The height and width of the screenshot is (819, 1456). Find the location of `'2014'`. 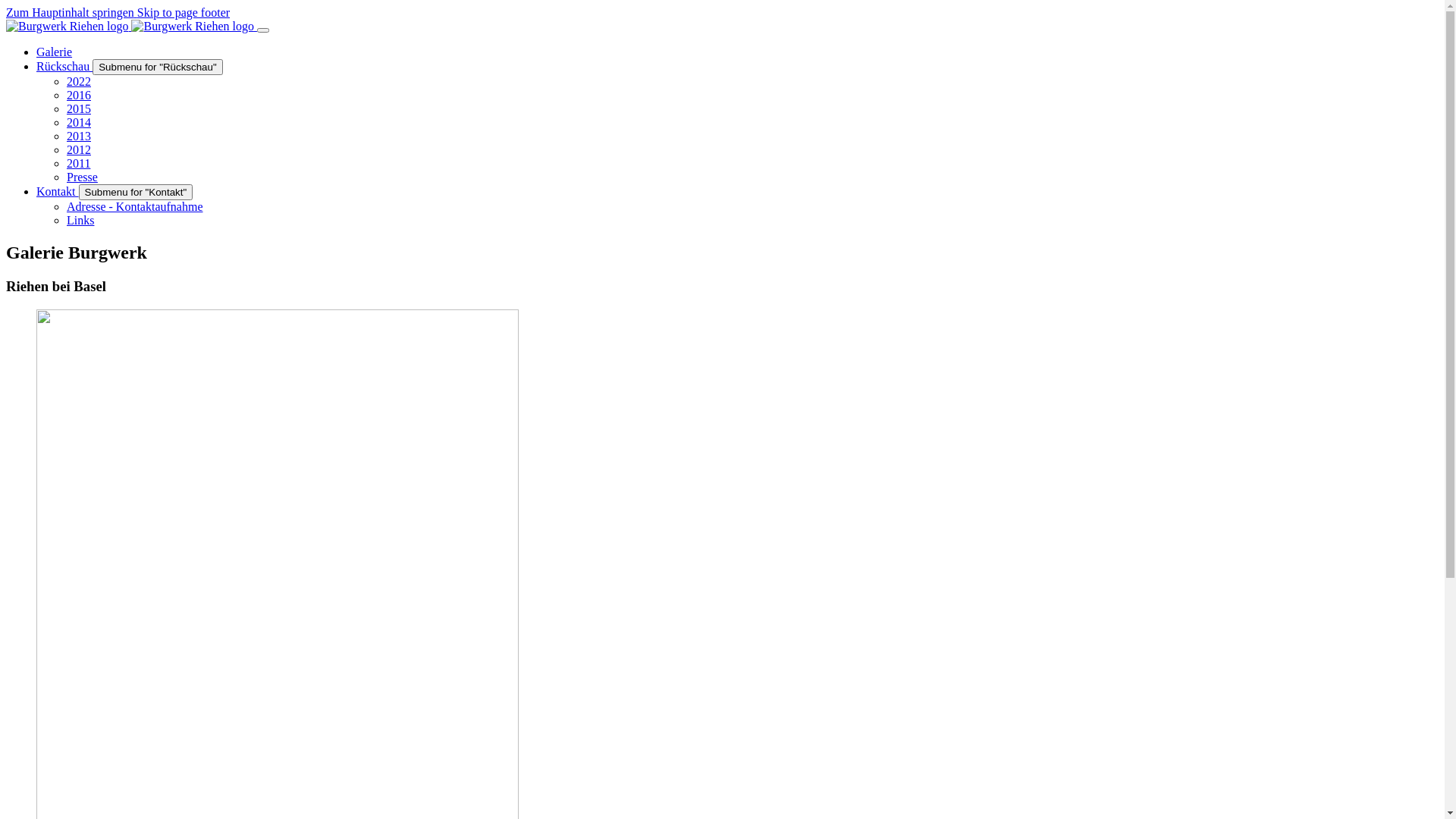

'2014' is located at coordinates (78, 121).